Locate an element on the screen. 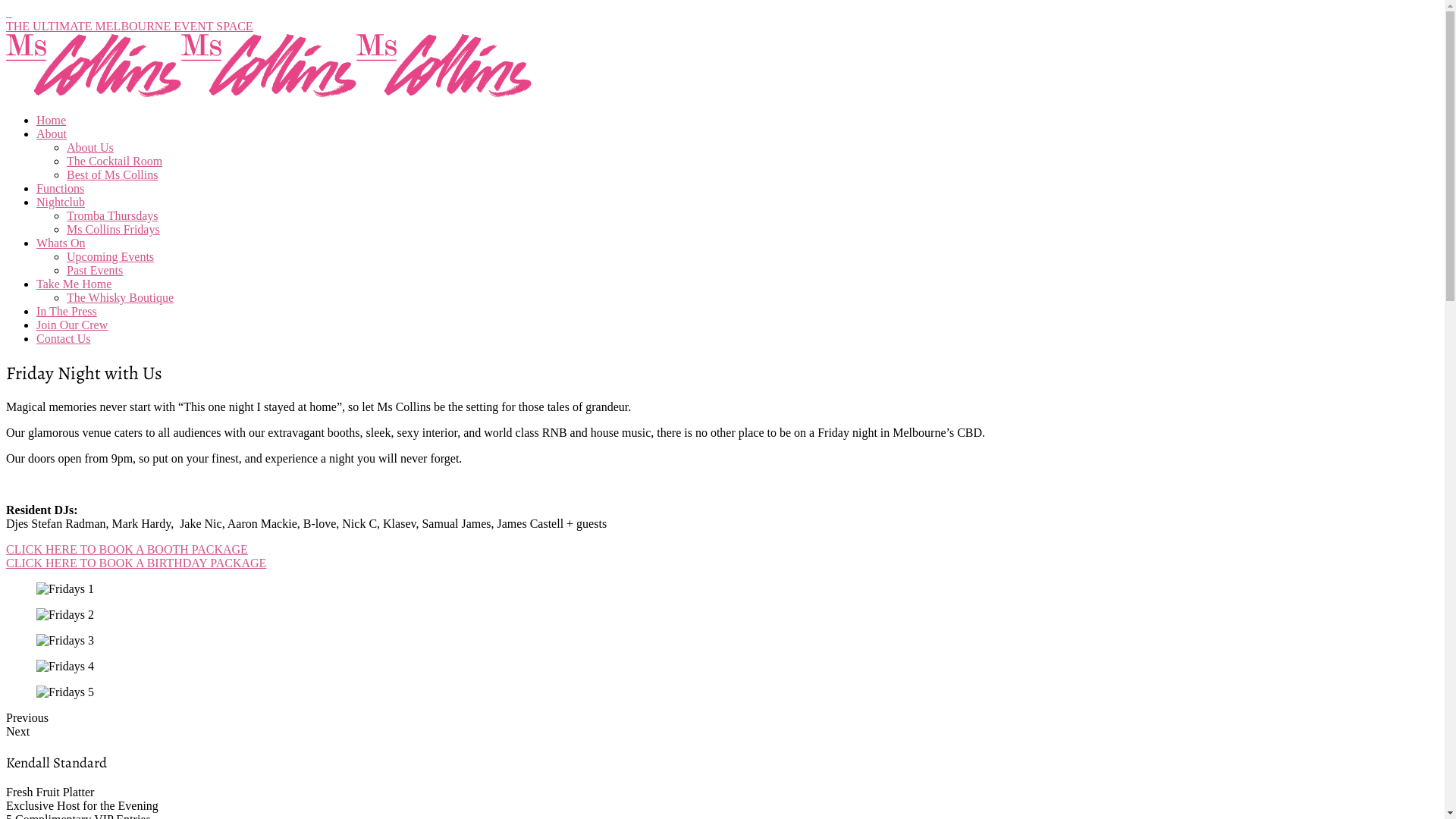 This screenshot has width=1456, height=819. 'The Whisky Boutique' is located at coordinates (119, 297).